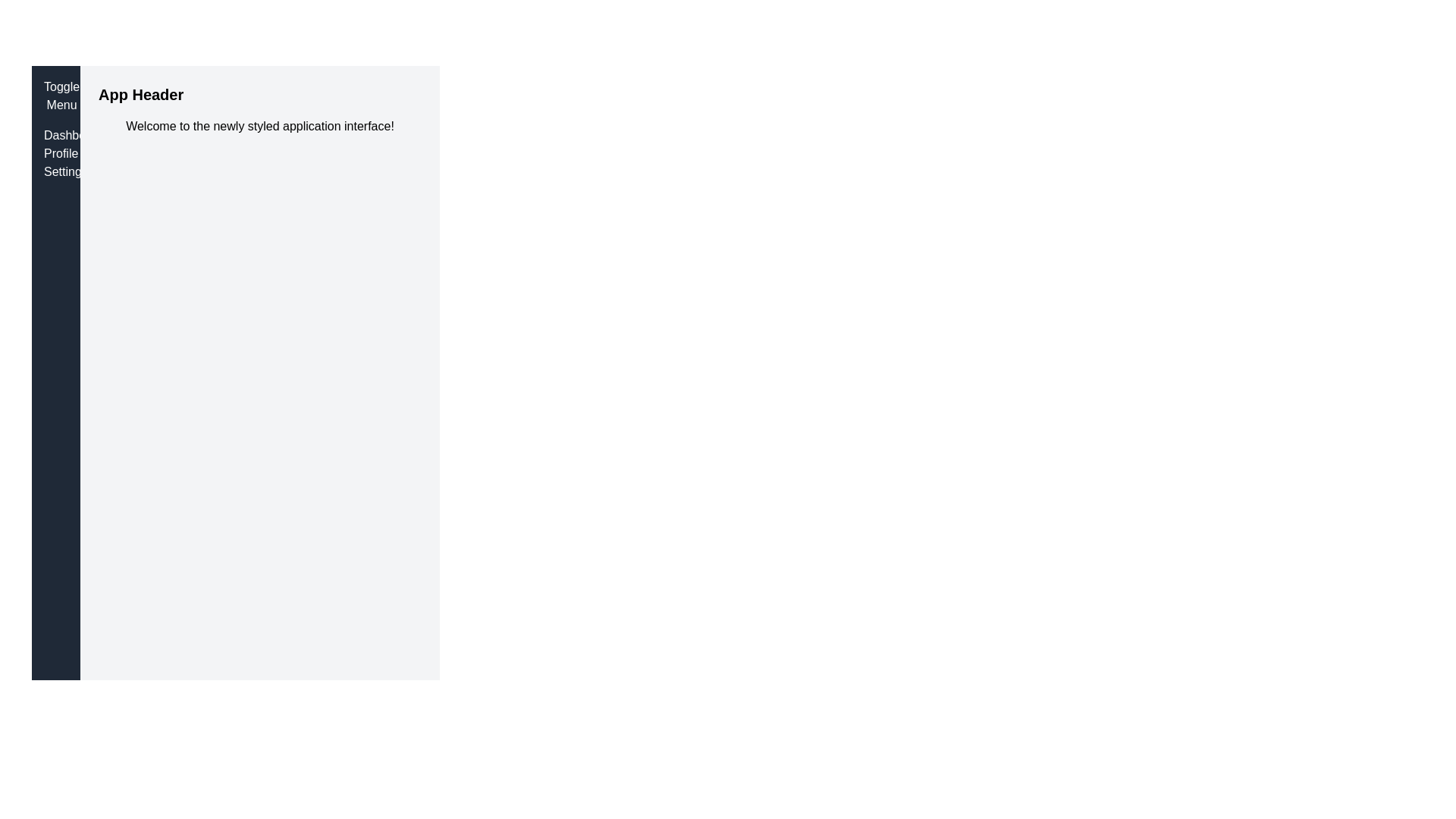 The height and width of the screenshot is (819, 1456). I want to click on the toggle button at the top of the vertical sidebar on the left, so click(61, 96).